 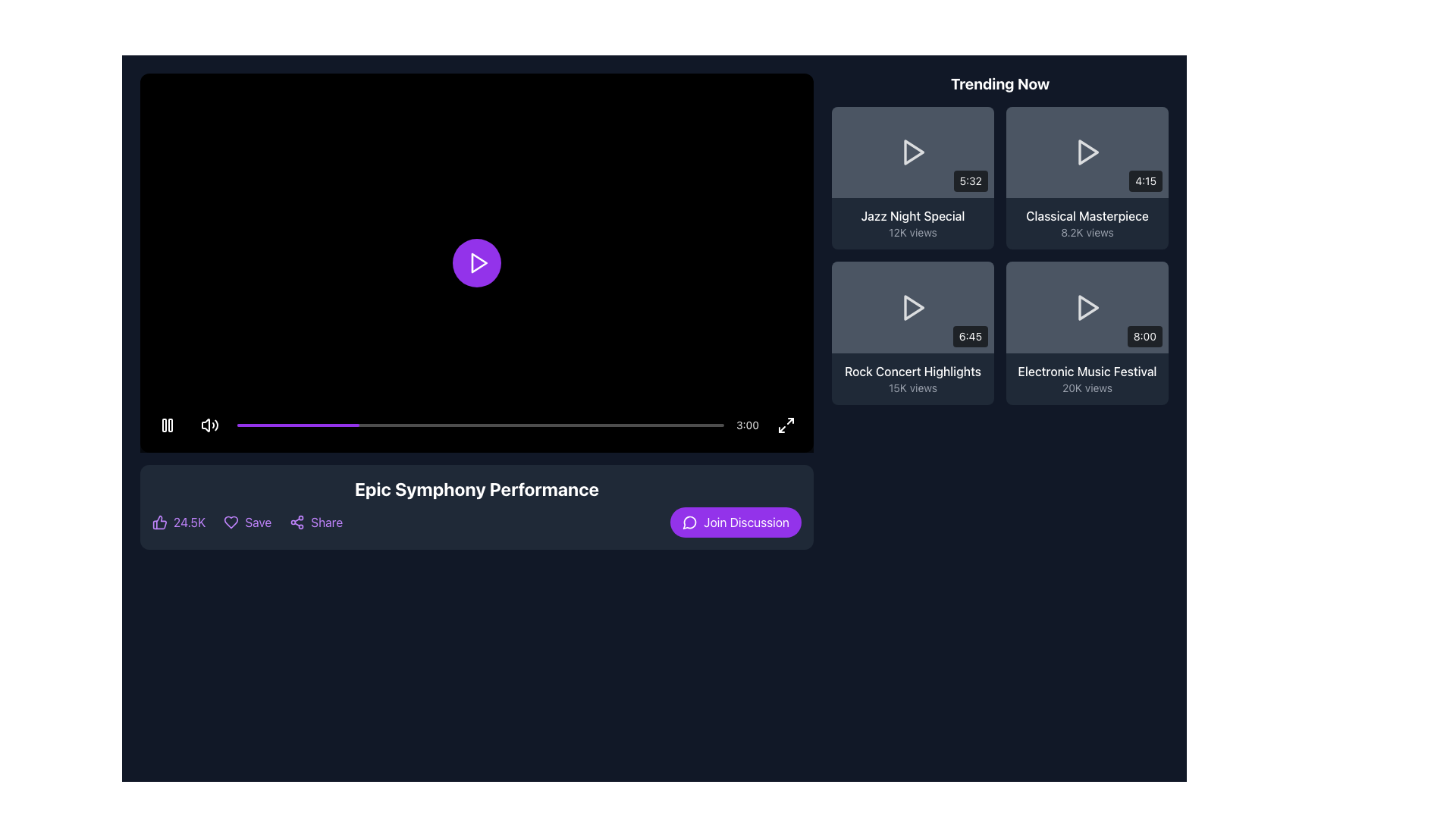 What do you see at coordinates (475, 262) in the screenshot?
I see `the play button located at the center of the video player interface` at bounding box center [475, 262].